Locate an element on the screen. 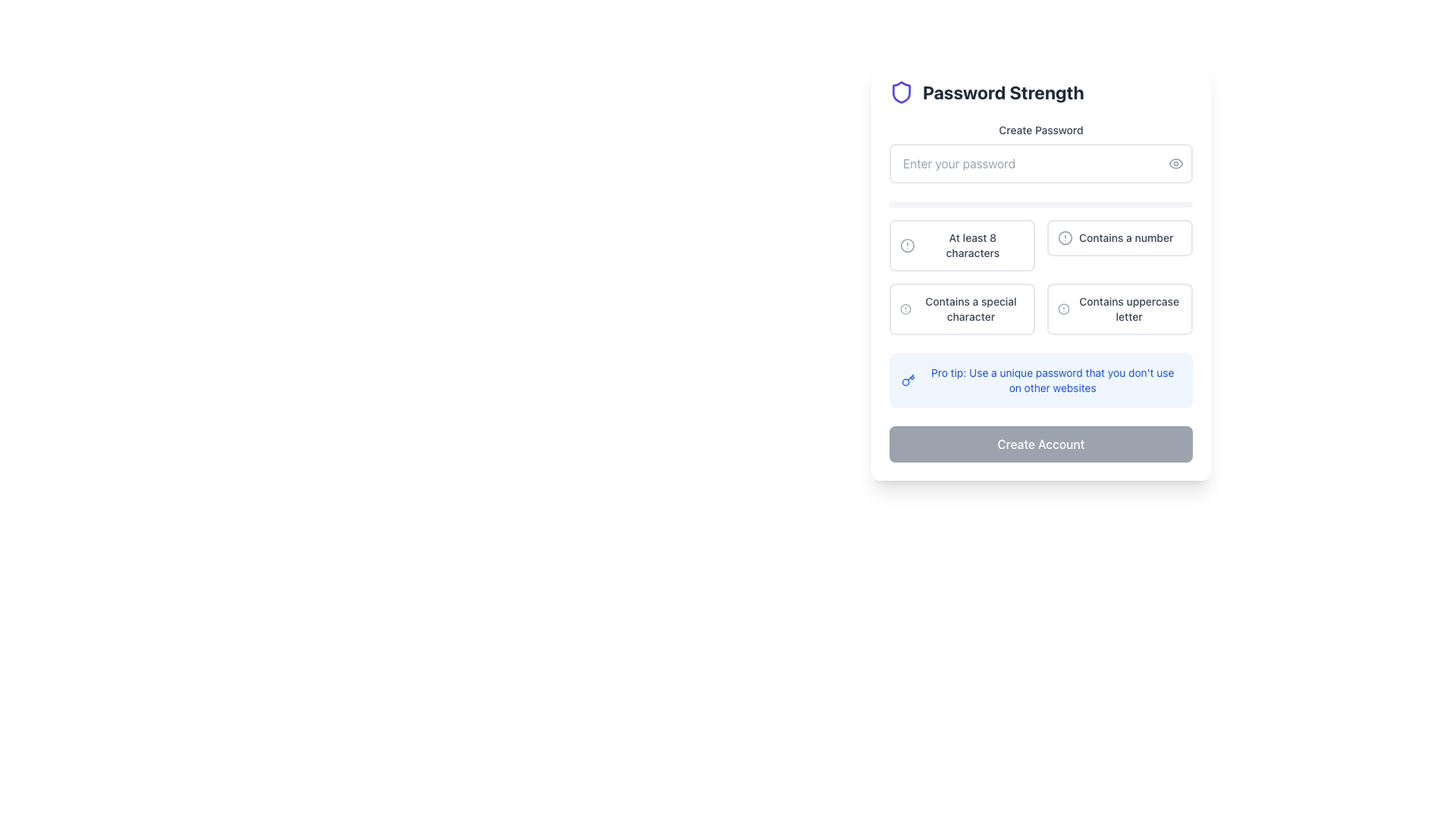  the blue key icon located within the blue-filled tooltip box that provides a pro tip message about password uniqueness is located at coordinates (908, 379).